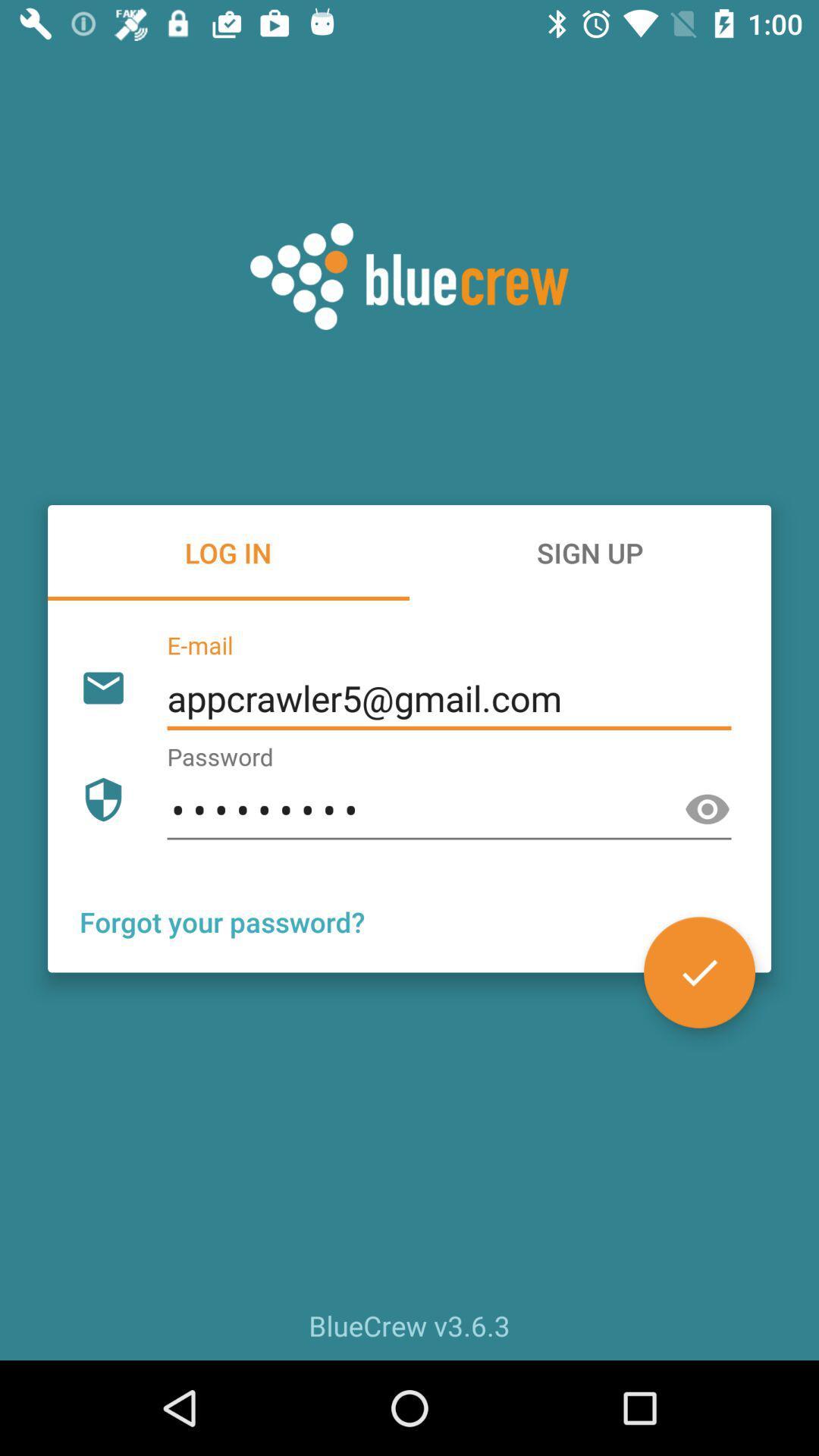  What do you see at coordinates (699, 972) in the screenshot?
I see `the app` at bounding box center [699, 972].